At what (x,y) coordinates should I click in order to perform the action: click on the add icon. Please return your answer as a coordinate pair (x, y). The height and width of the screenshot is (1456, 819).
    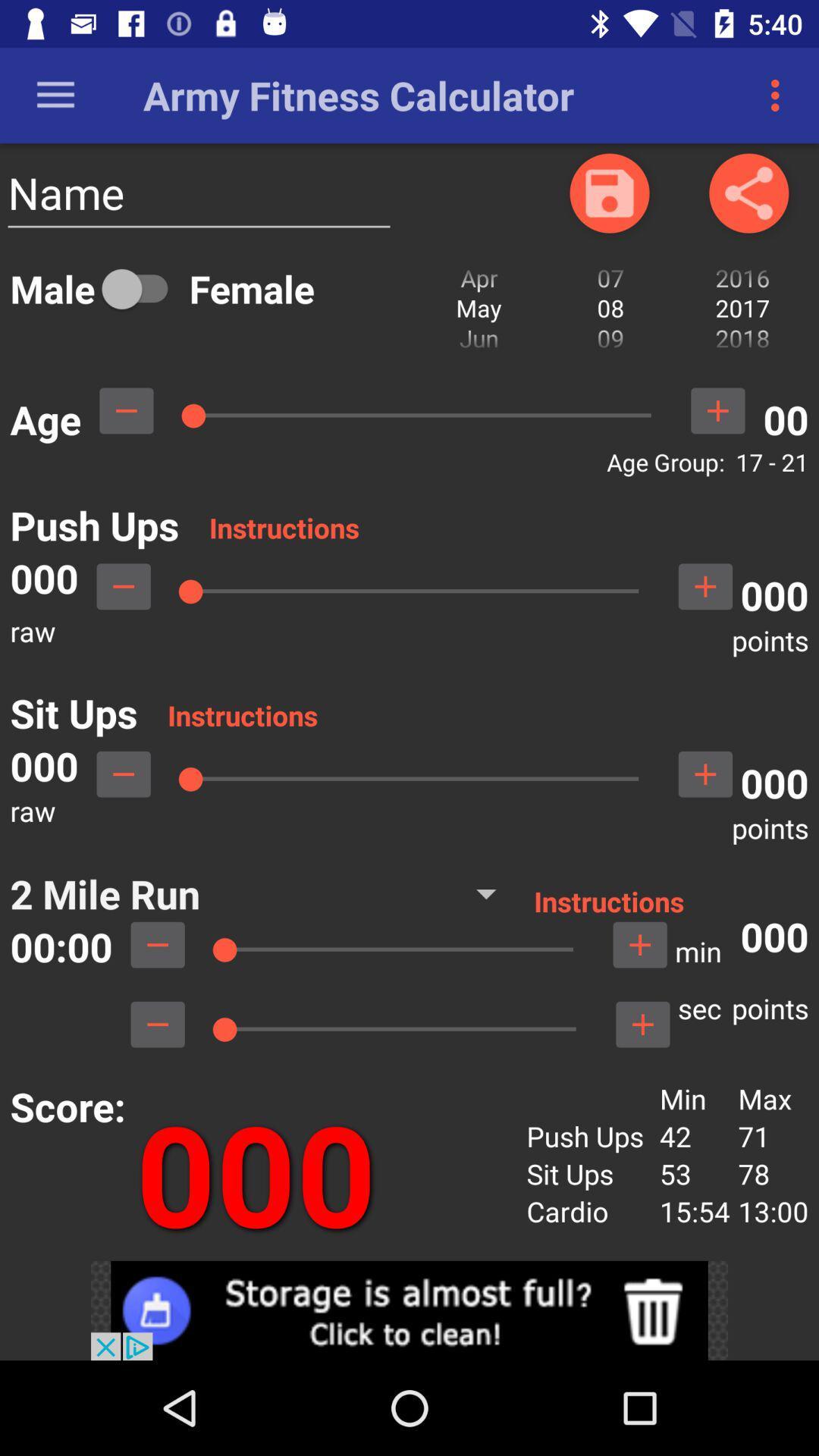
    Looking at the image, I should click on (640, 944).